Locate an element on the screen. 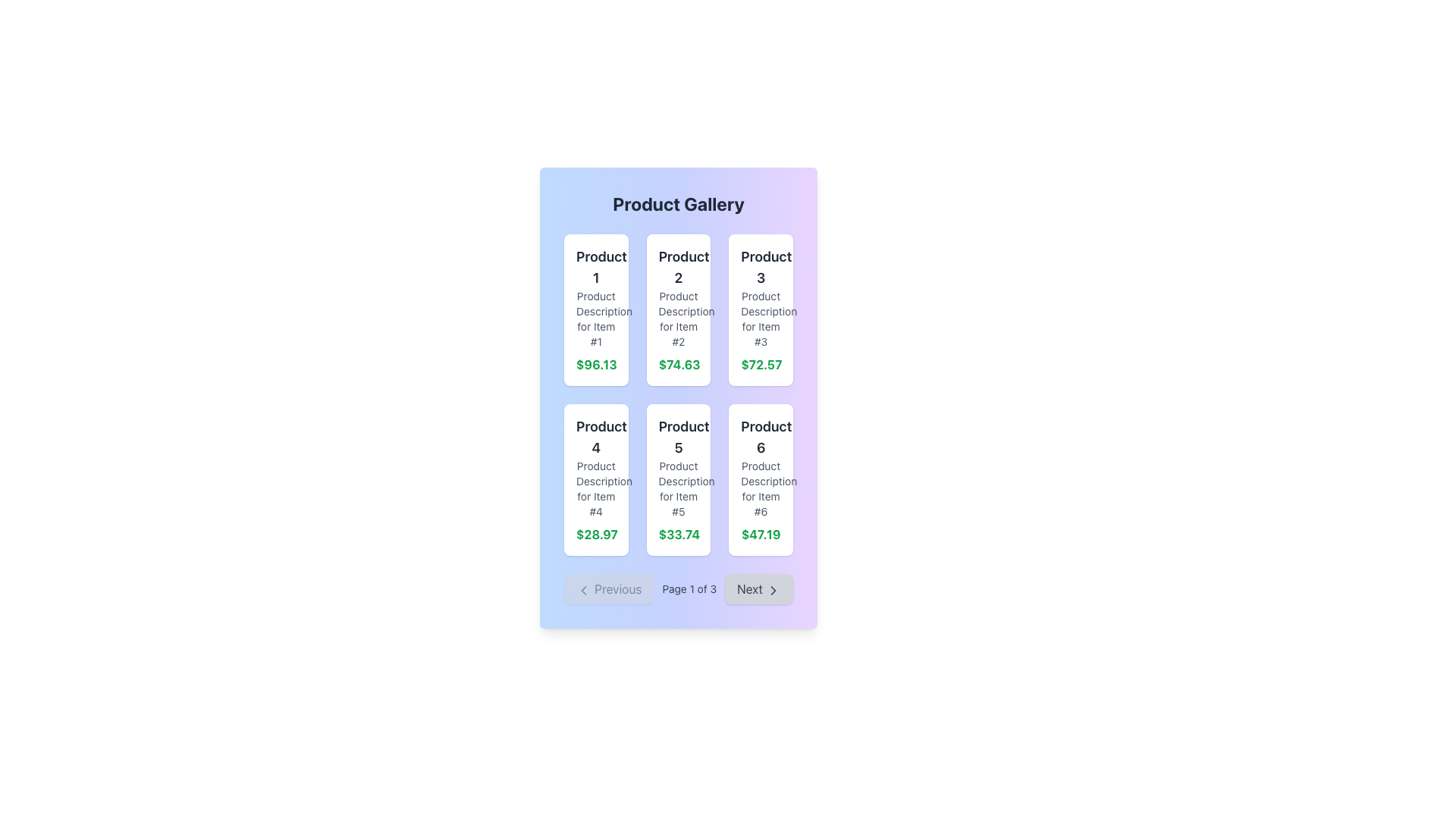  product details from the textual display element labeled 'Product 5', which includes its name, description, and price is located at coordinates (677, 479).